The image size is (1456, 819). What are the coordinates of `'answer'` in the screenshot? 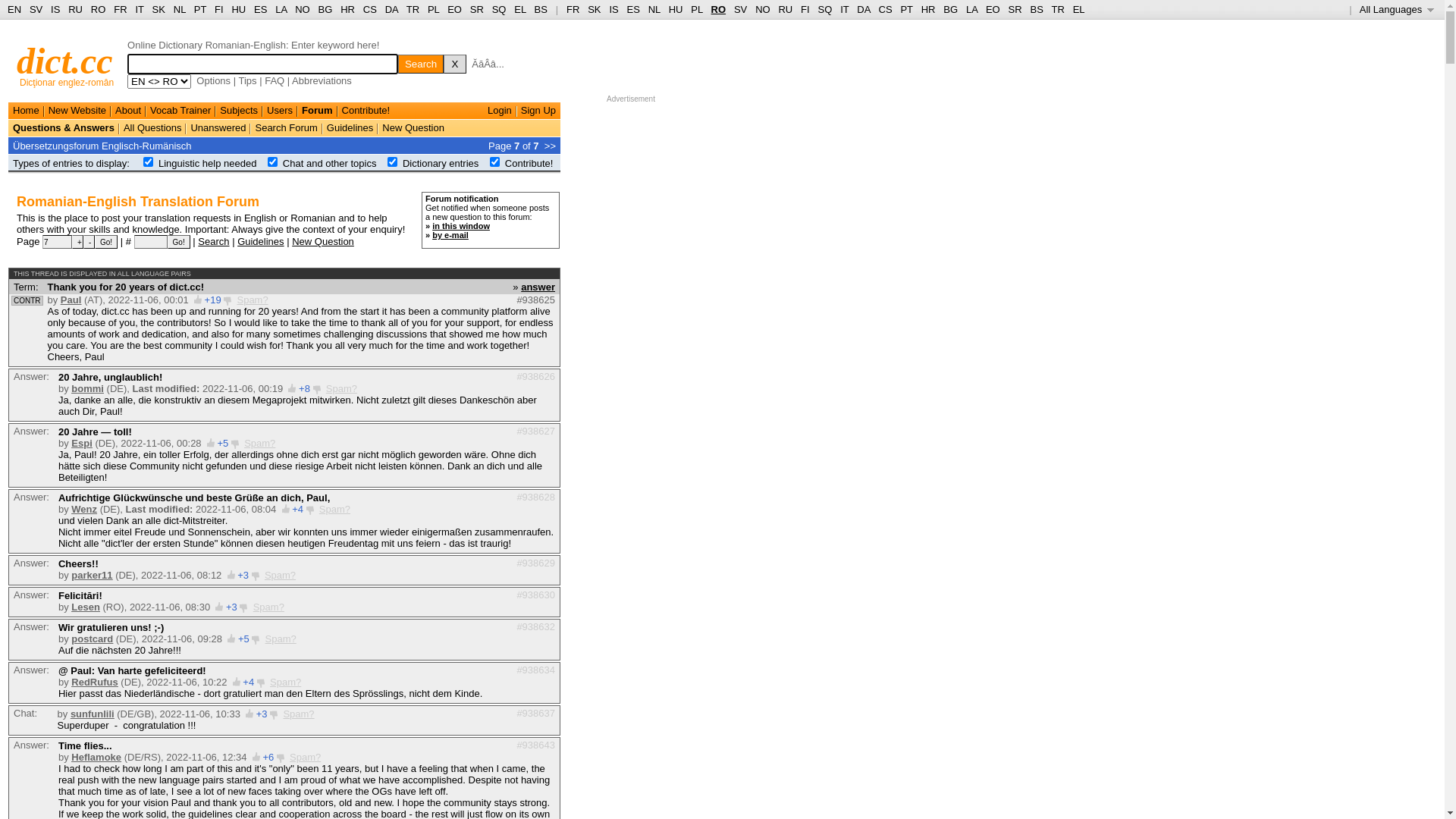 It's located at (538, 286).